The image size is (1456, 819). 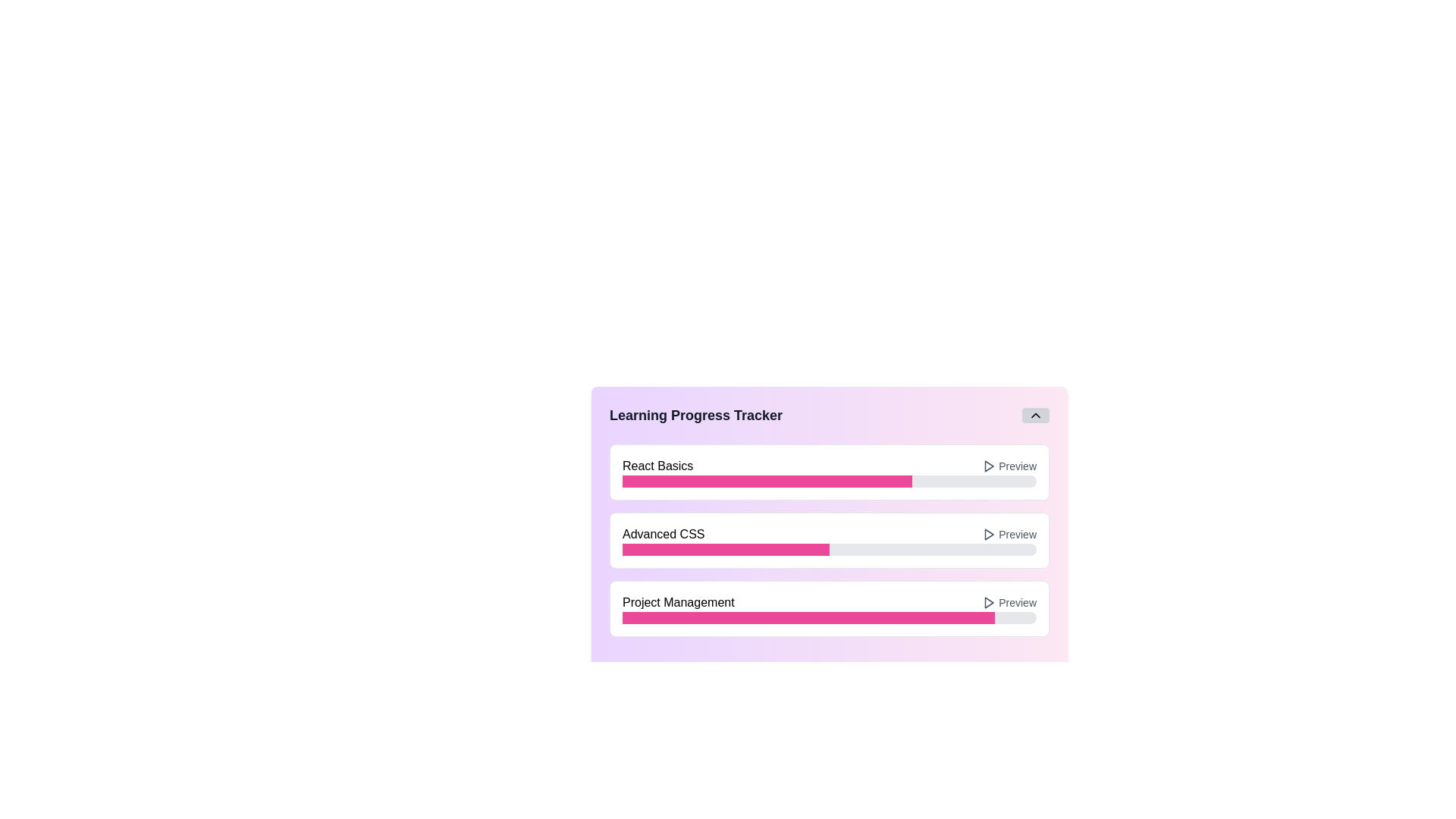 I want to click on the 'Preview' button with a play icon located in the bottom row of the 'Project Management' section, so click(x=1009, y=601).